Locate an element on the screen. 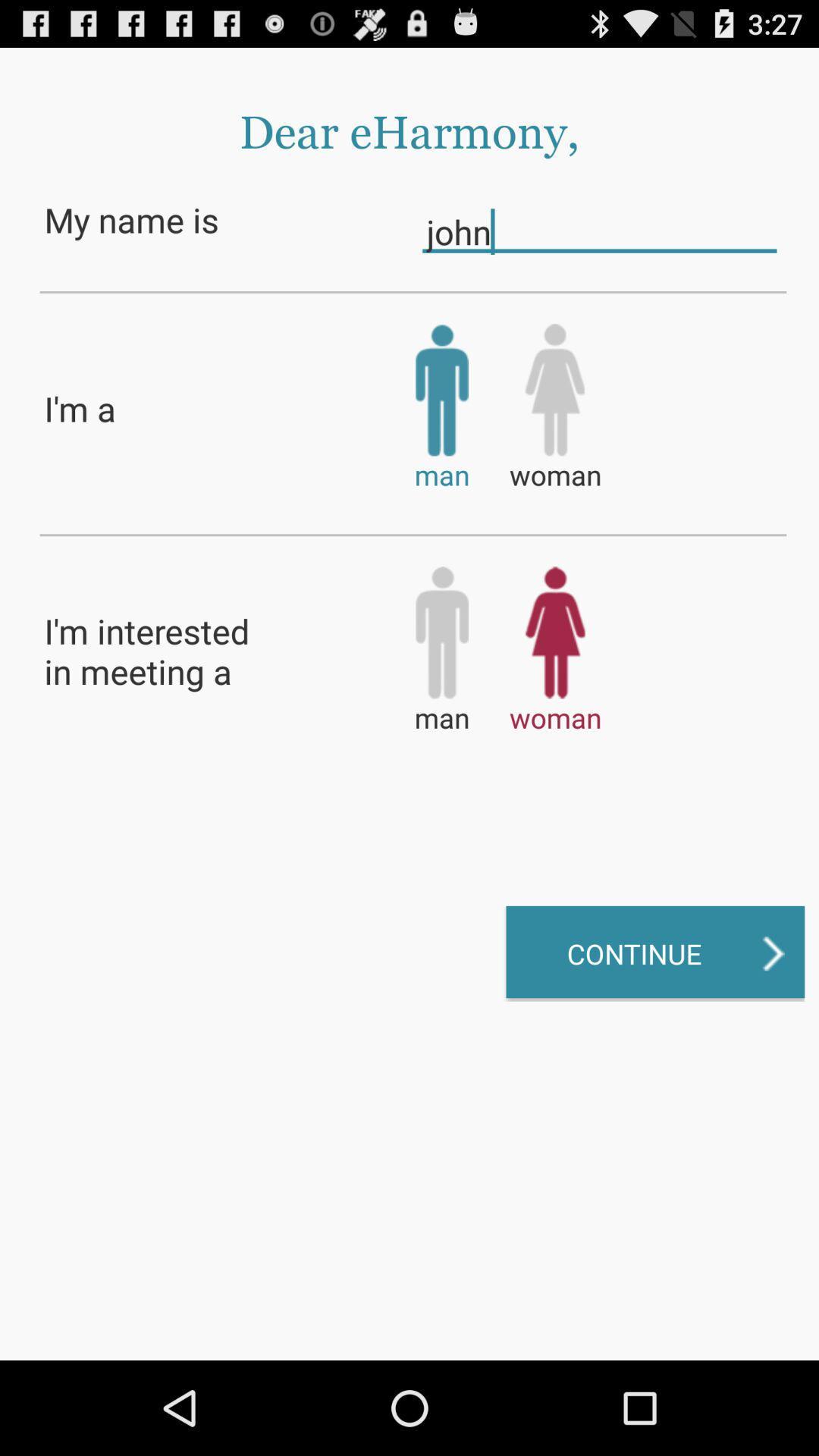 The image size is (819, 1456). the item below the dear eharmony, item is located at coordinates (598, 231).